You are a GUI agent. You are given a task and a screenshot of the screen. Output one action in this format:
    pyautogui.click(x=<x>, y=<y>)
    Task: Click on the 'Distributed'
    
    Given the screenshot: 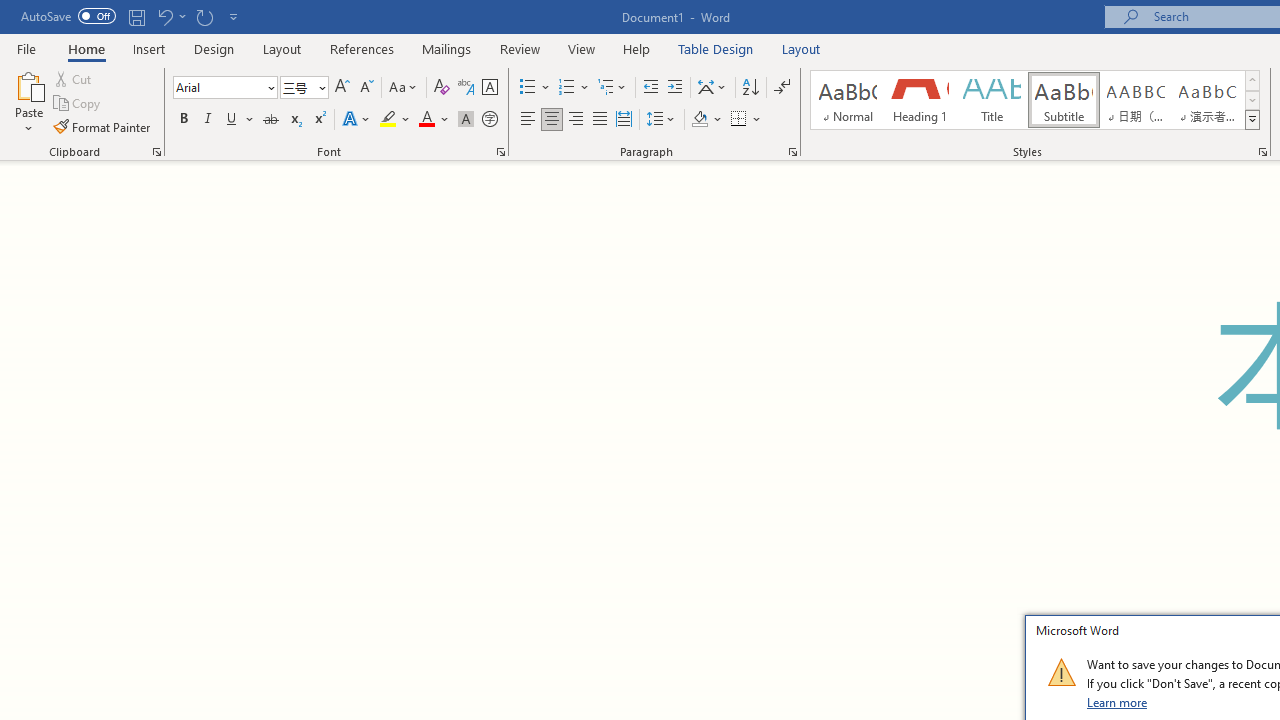 What is the action you would take?
    pyautogui.click(x=623, y=119)
    